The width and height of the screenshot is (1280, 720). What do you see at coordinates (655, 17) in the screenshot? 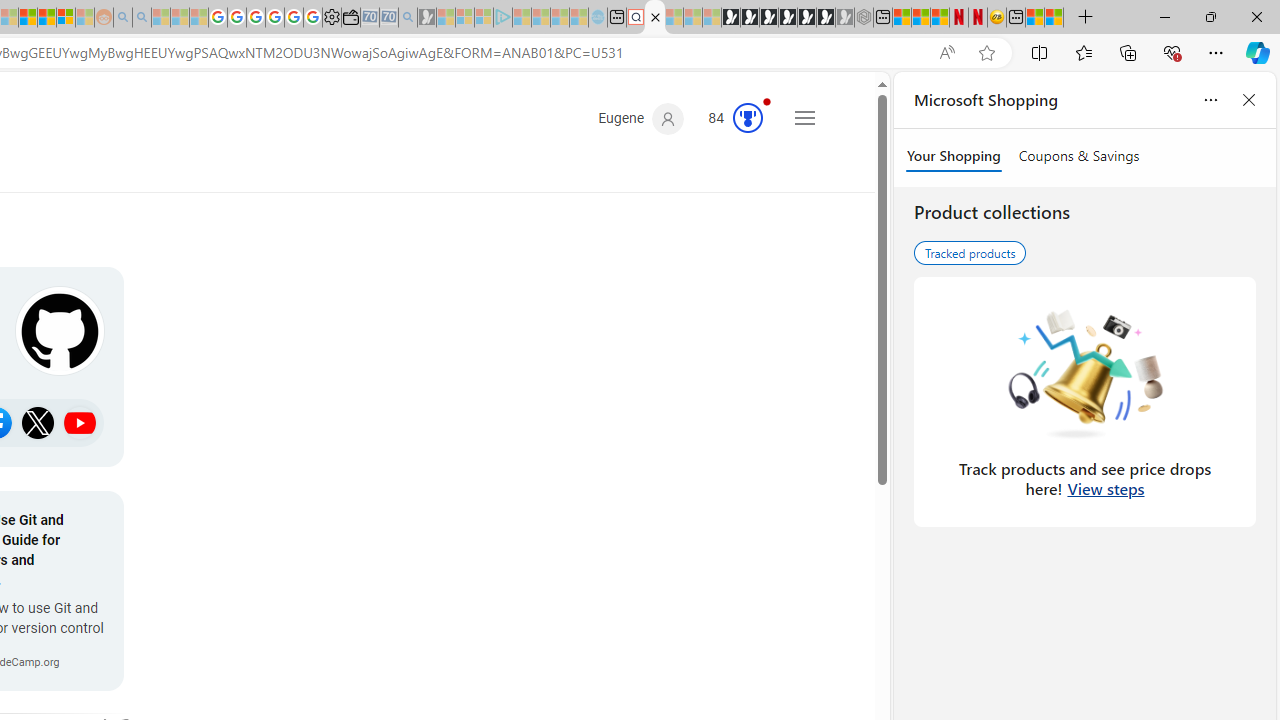
I see `'github - Search'` at bounding box center [655, 17].